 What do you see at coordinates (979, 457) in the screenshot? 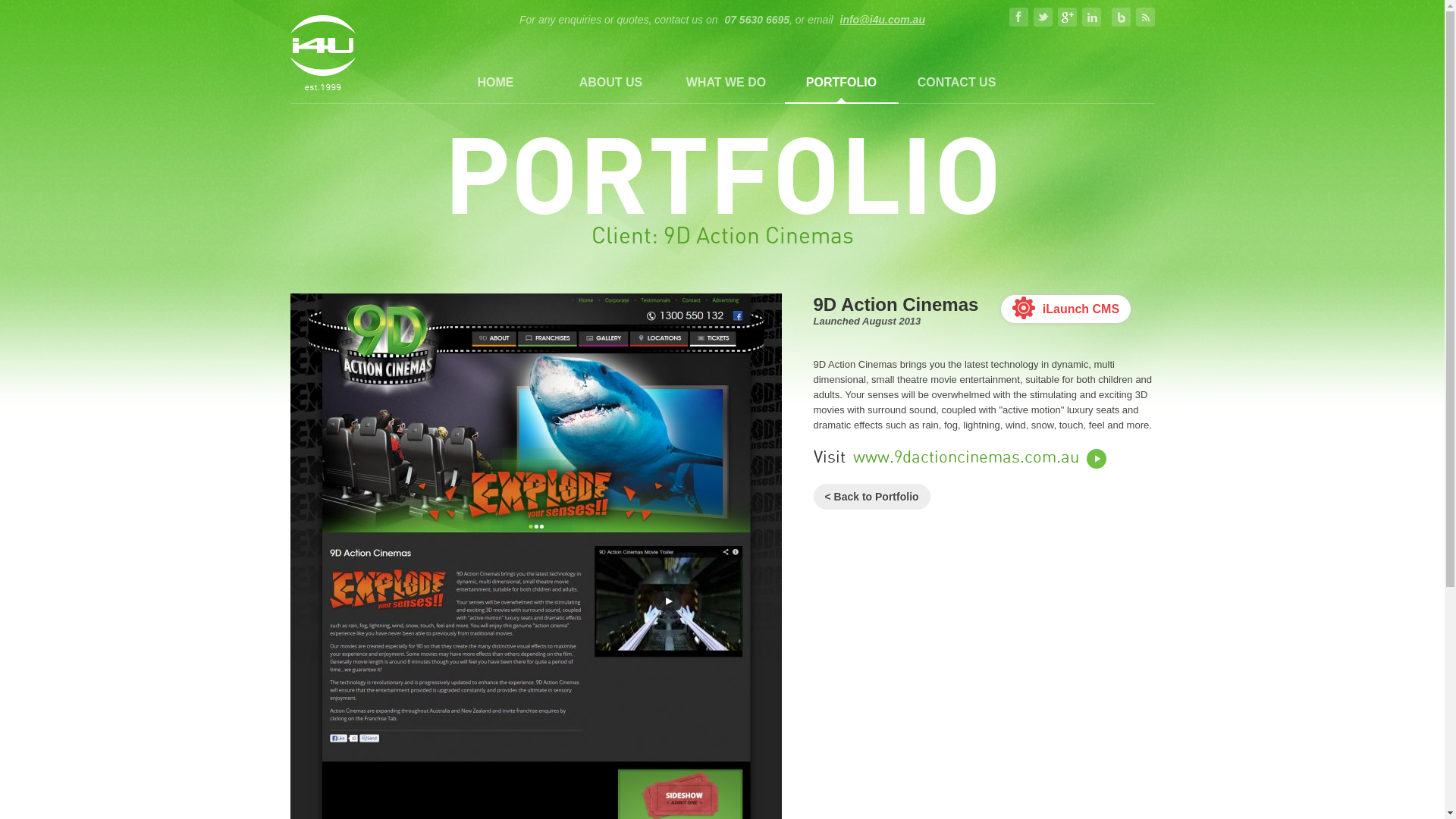
I see `'www.9dactioncinemas.com.au  '` at bounding box center [979, 457].